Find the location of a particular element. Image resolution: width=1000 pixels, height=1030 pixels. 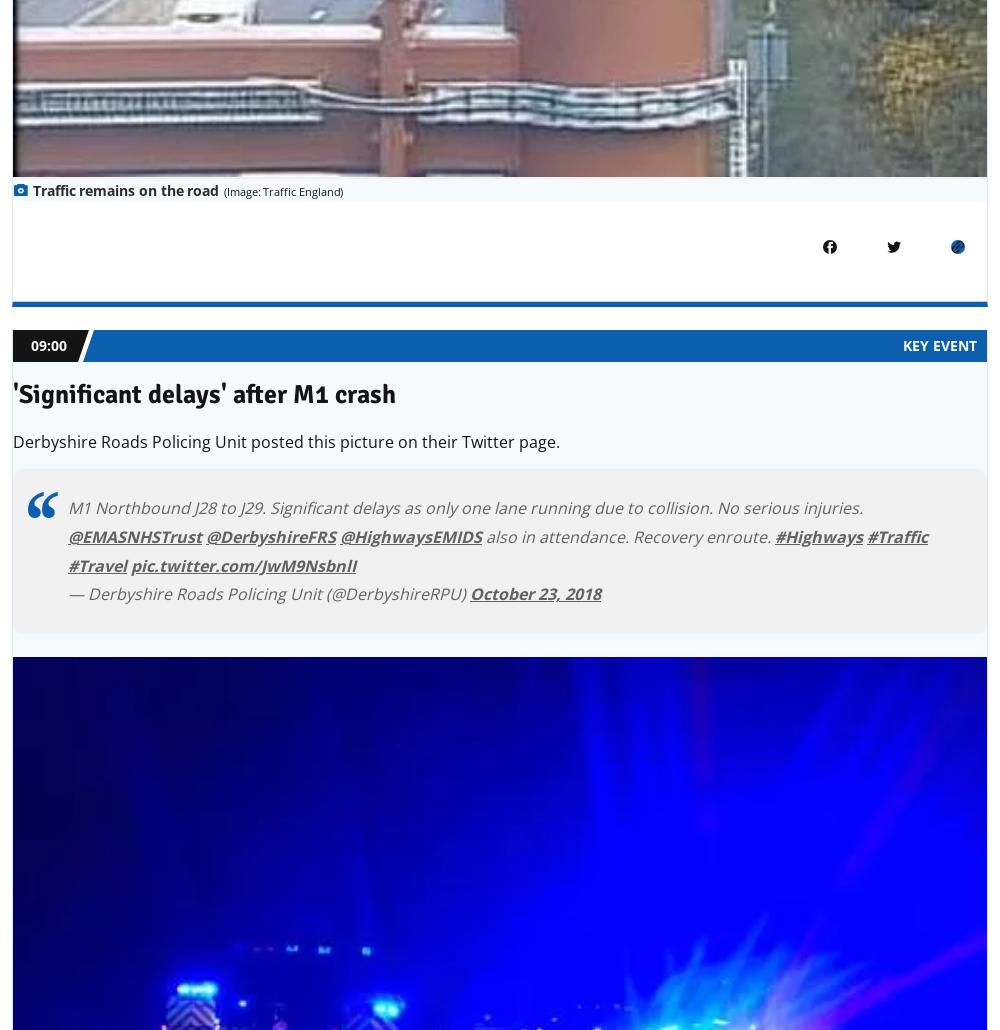

''Significant delays' after M1 crash' is located at coordinates (203, 395).